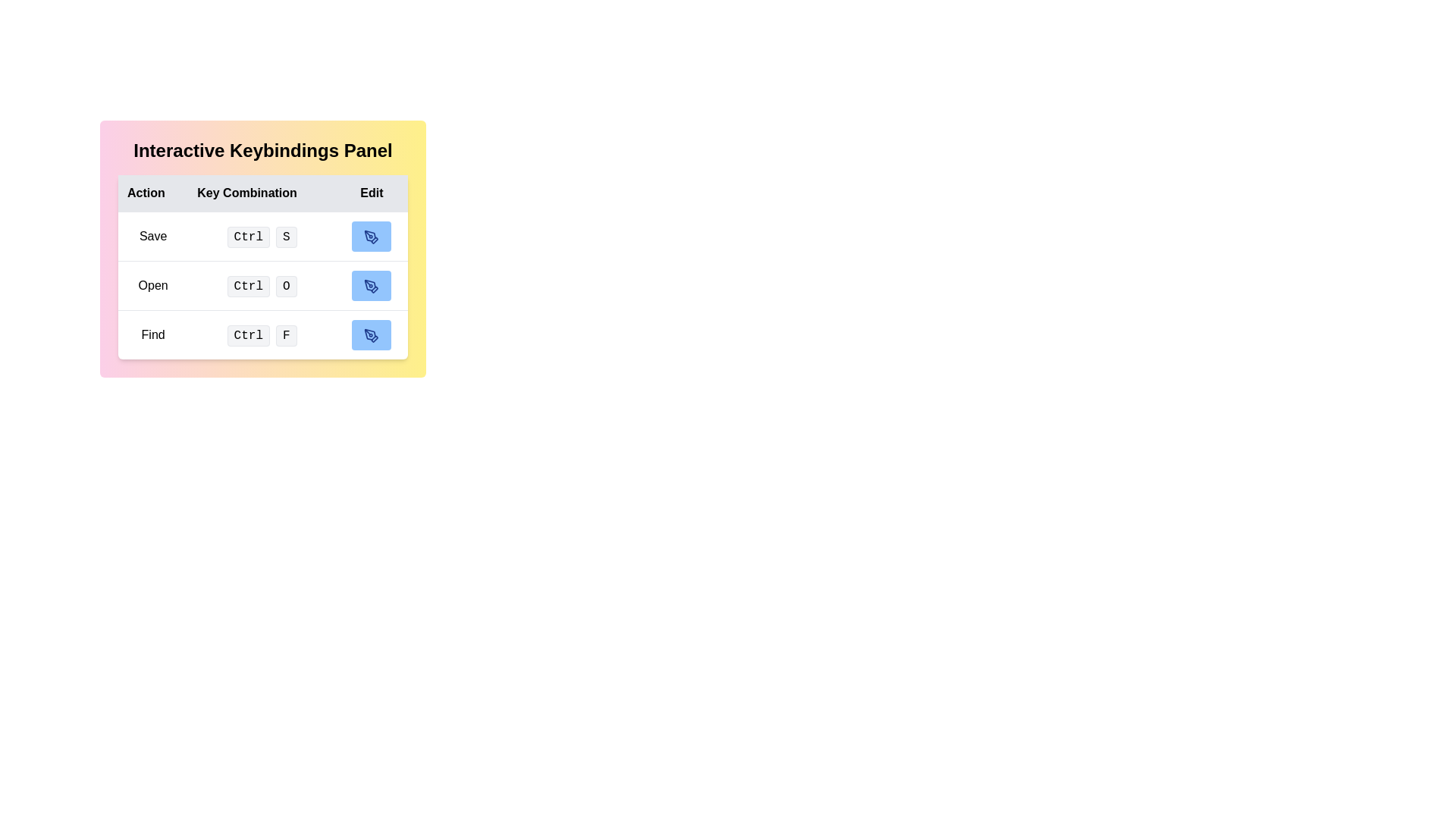  I want to click on the label 'F' in the rectangular box with rounded corners, part of the 'Interactive Keybindings Panel' for the 'Find' action, so click(286, 334).